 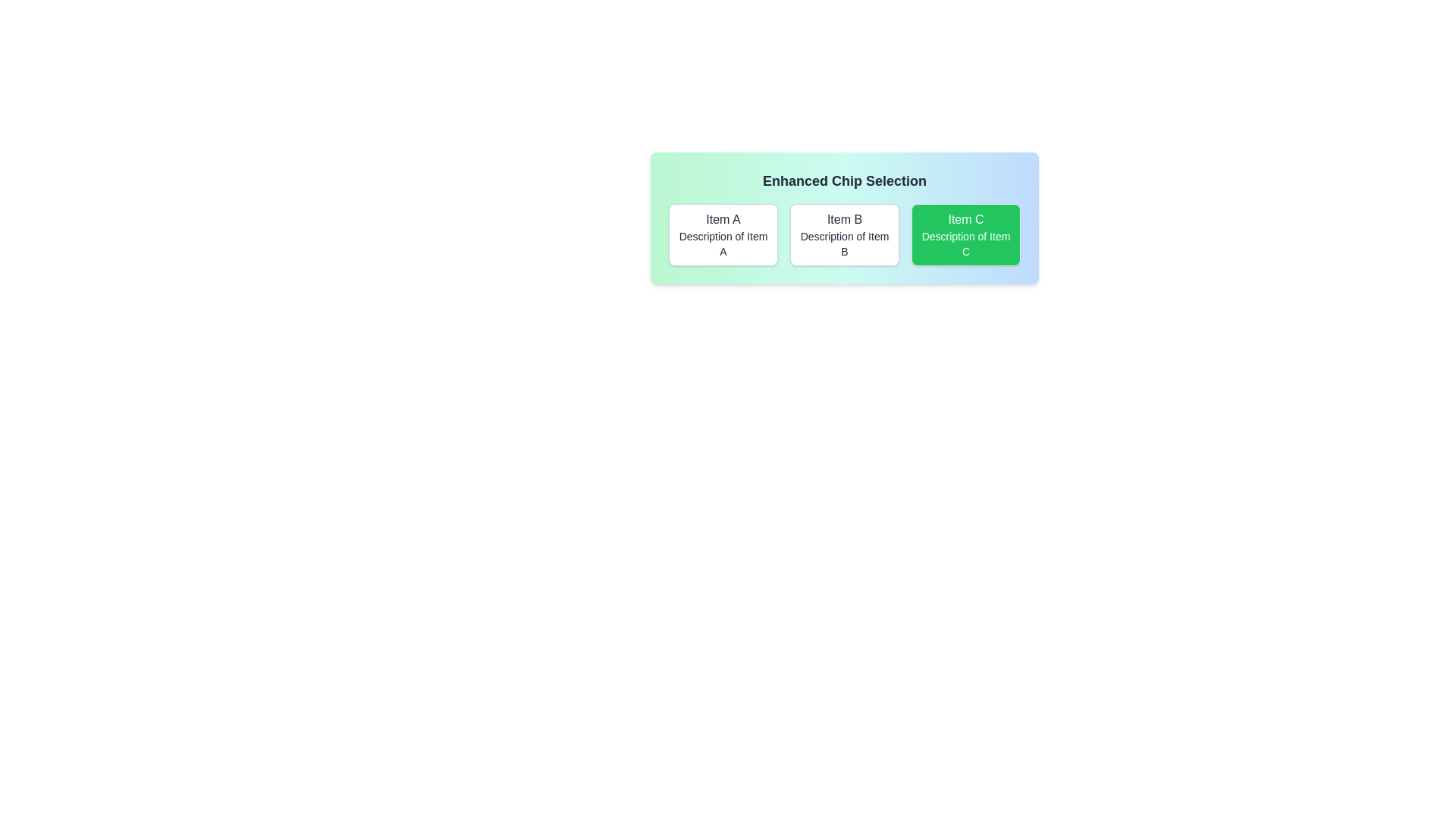 What do you see at coordinates (965, 234) in the screenshot?
I see `the item Item C by clicking on its button` at bounding box center [965, 234].